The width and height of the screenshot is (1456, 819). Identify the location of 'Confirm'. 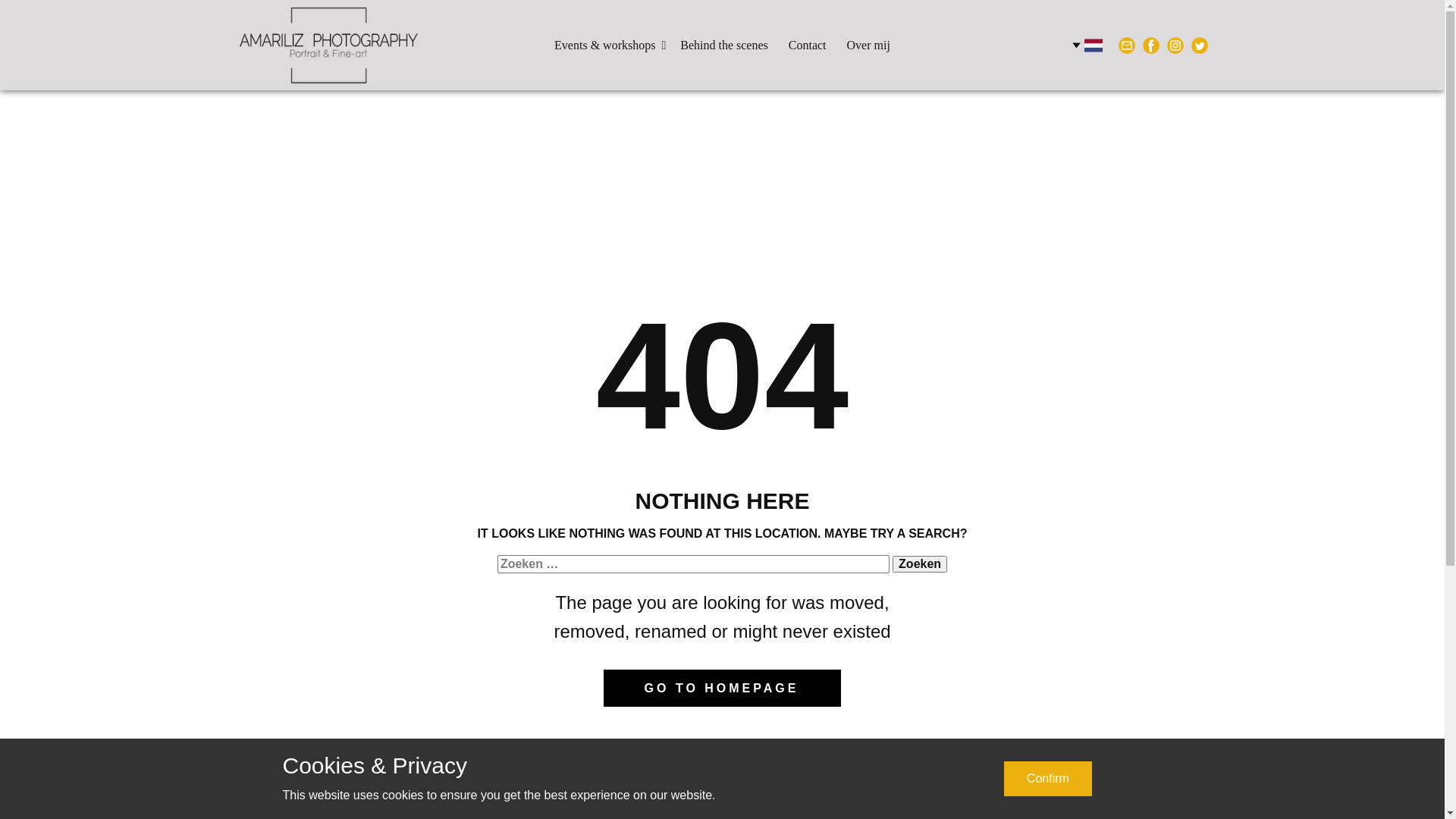
(1047, 778).